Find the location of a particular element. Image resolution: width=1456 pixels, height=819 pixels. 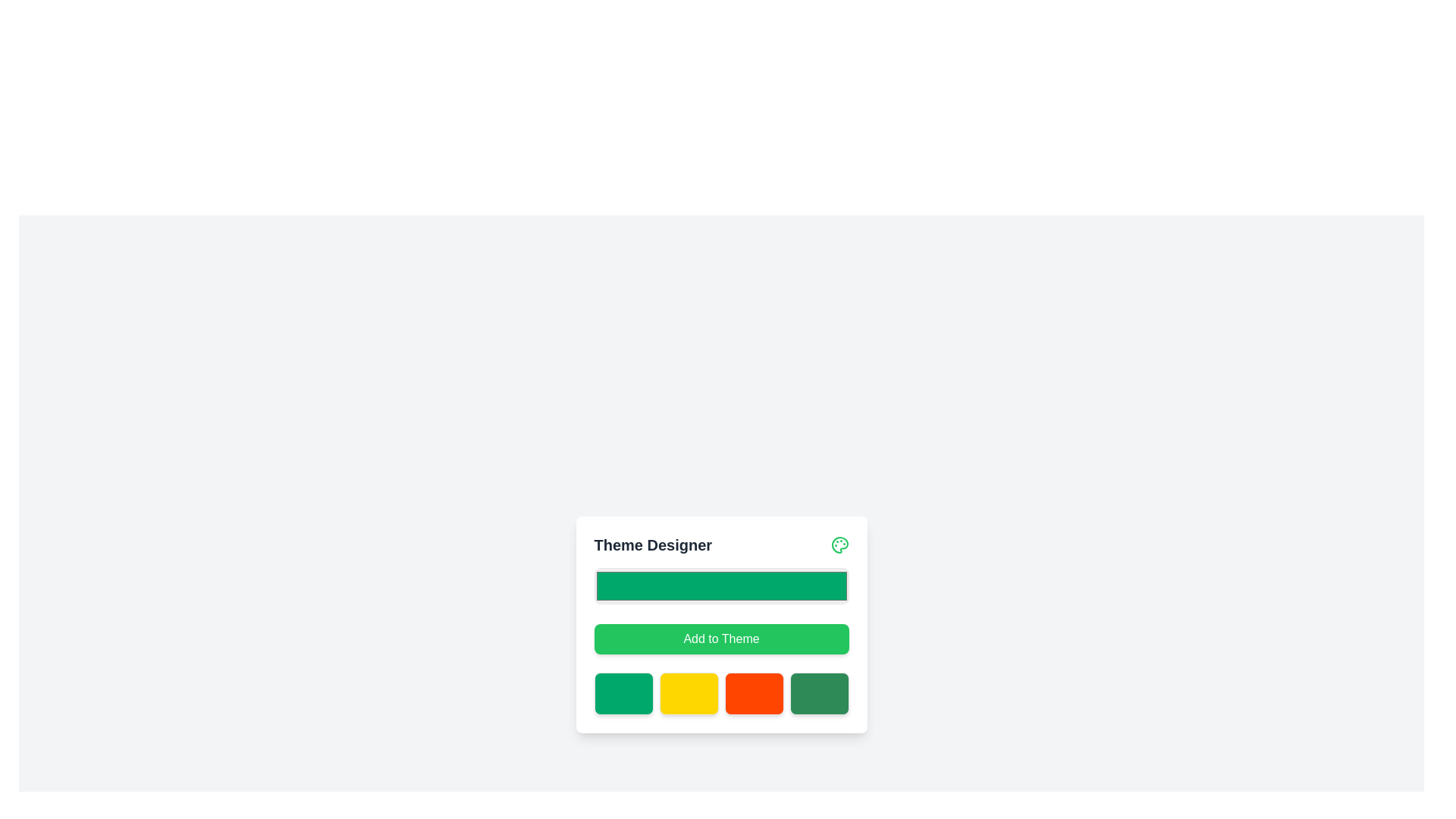

the bright yellow button with rounded corners located in the 'Theme Designer' section, positioned between a green button and an orange button is located at coordinates (688, 693).